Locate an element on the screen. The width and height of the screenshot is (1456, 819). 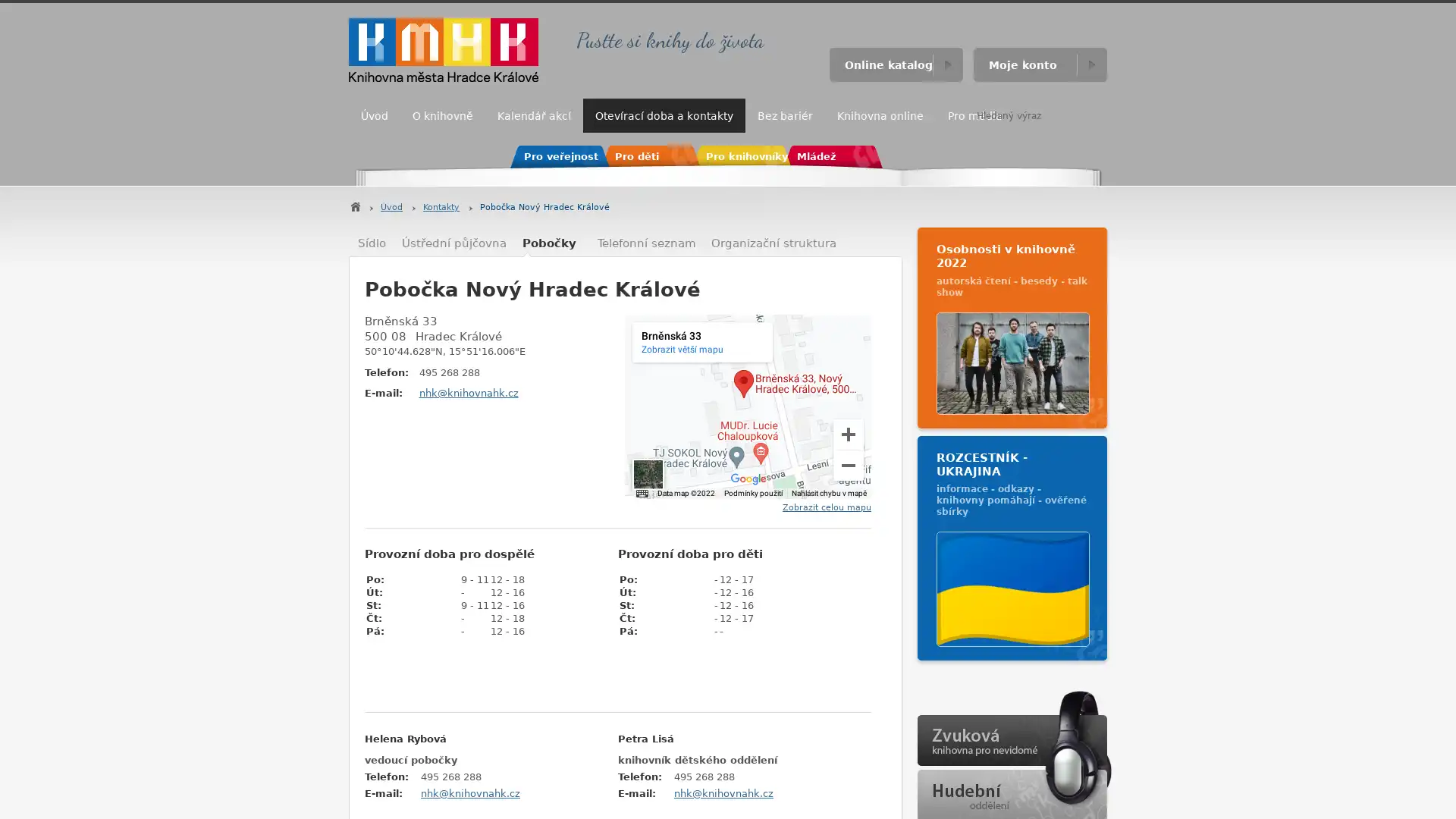
Hledat is located at coordinates (1092, 115).